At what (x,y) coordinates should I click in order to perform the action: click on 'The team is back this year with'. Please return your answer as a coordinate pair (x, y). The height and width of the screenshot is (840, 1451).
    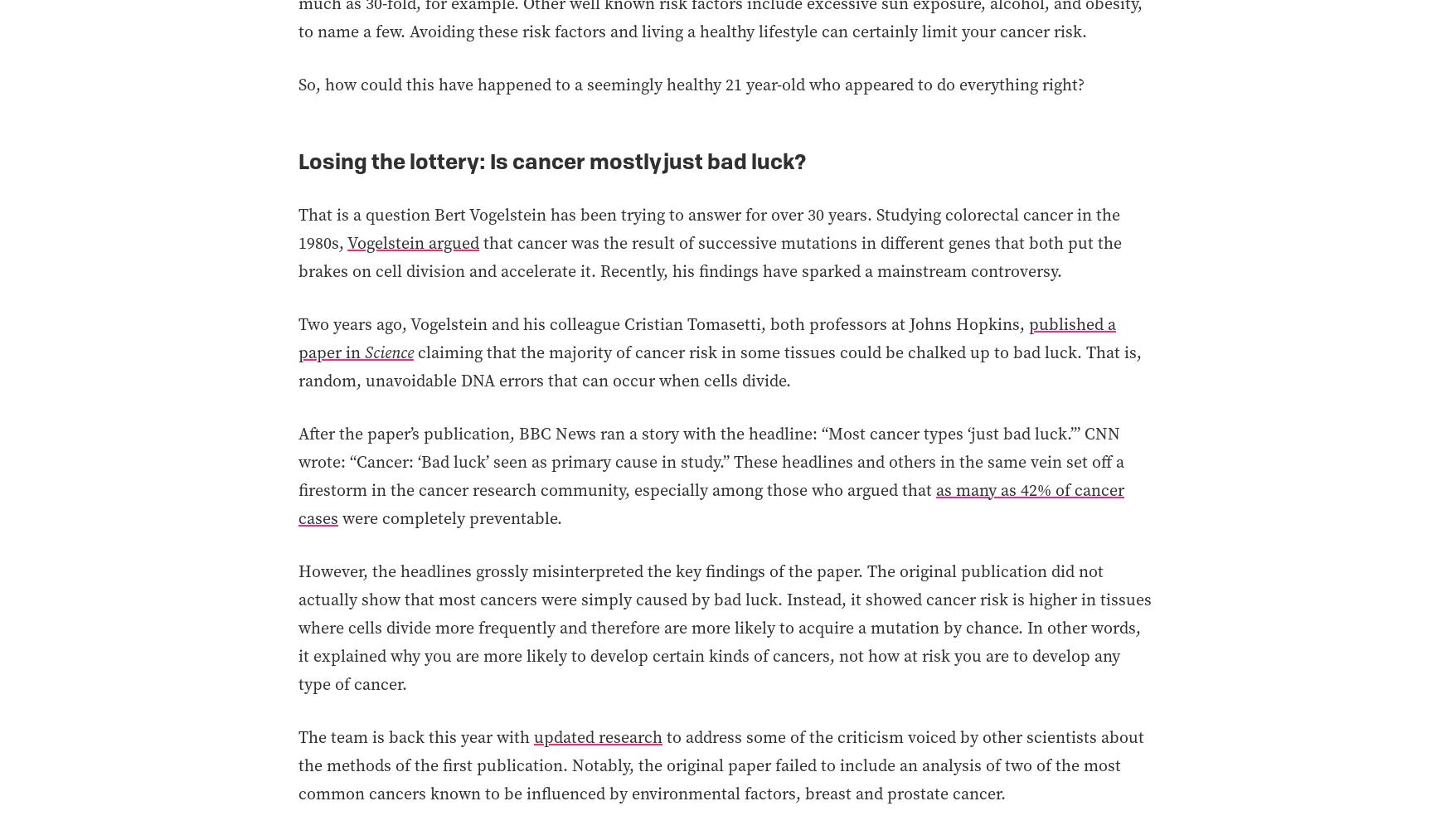
    Looking at the image, I should click on (415, 735).